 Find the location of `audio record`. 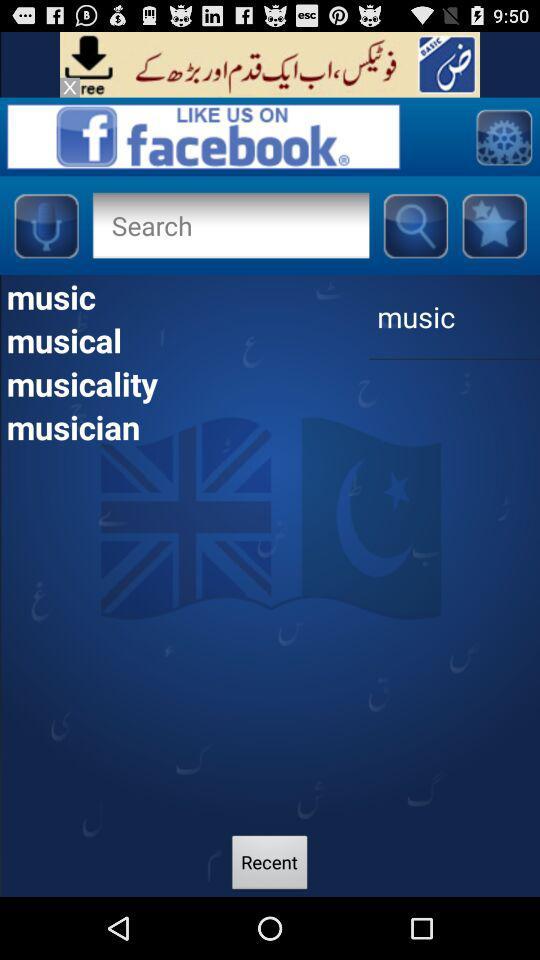

audio record is located at coordinates (45, 225).